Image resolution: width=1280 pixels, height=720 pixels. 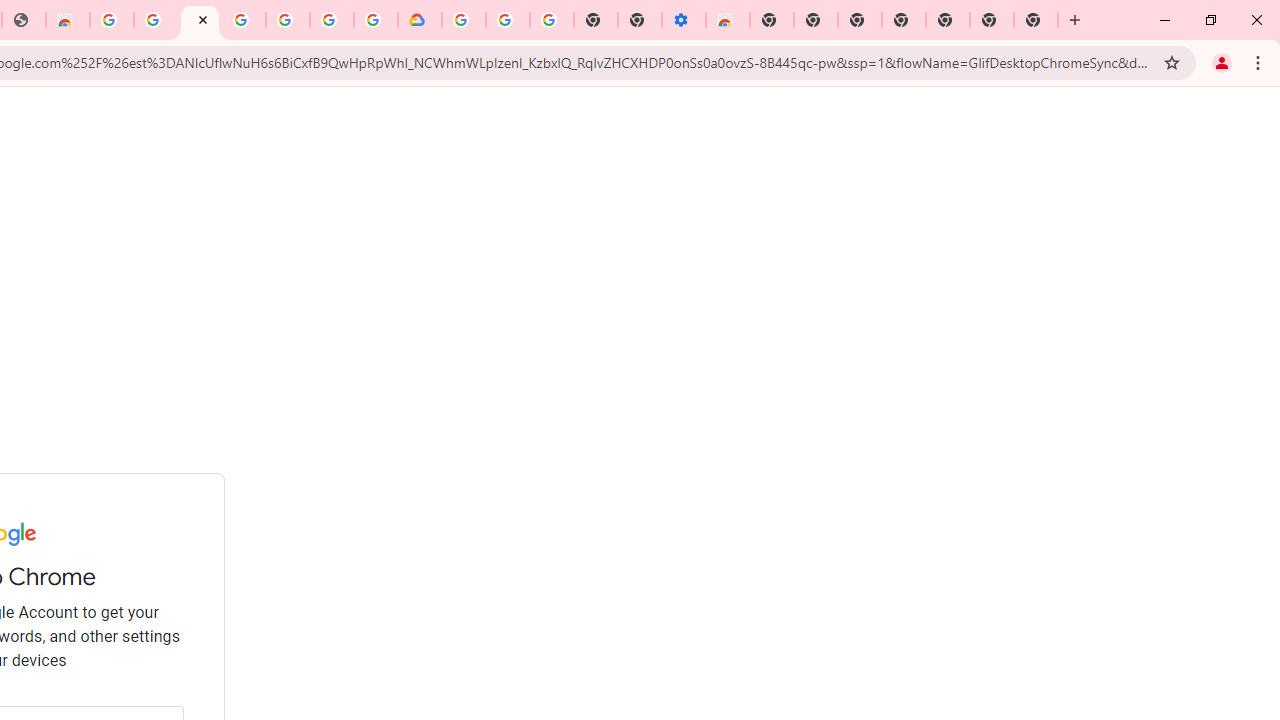 What do you see at coordinates (551, 20) in the screenshot?
I see `'Turn cookies on or off - Computer - Google Account Help'` at bounding box center [551, 20].